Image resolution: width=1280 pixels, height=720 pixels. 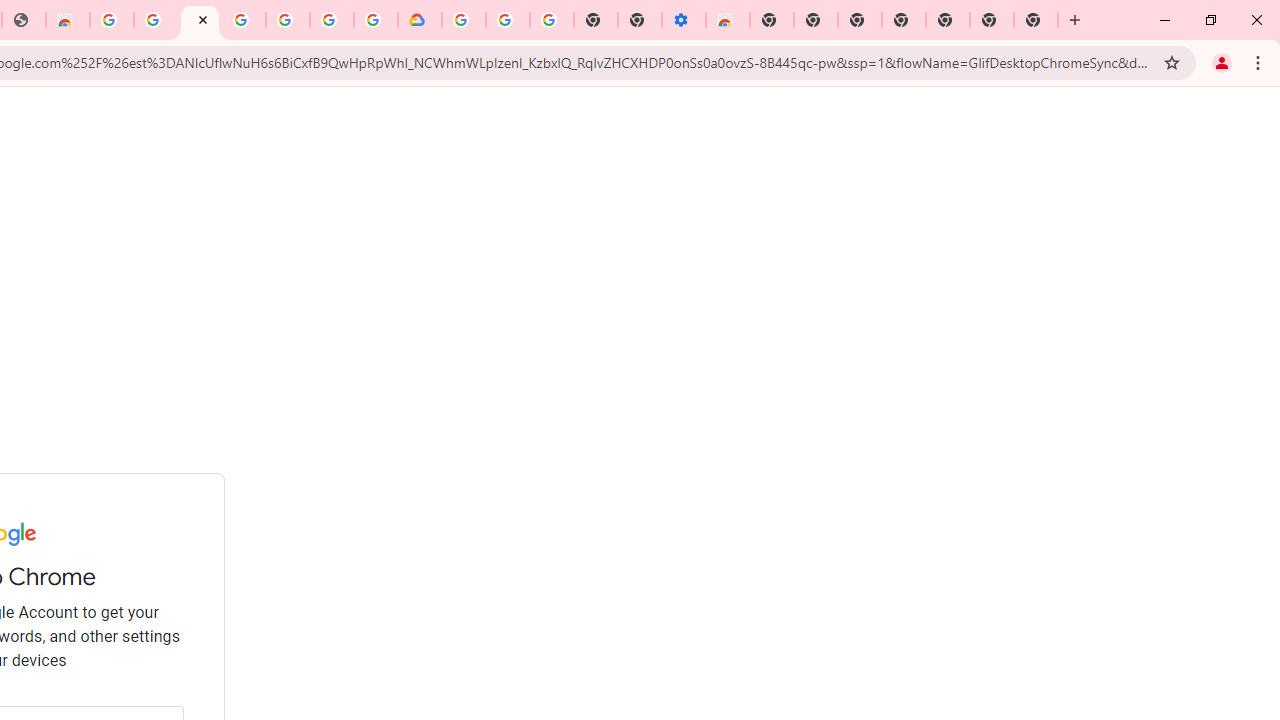 What do you see at coordinates (551, 20) in the screenshot?
I see `'Turn cookies on or off - Computer - Google Account Help'` at bounding box center [551, 20].